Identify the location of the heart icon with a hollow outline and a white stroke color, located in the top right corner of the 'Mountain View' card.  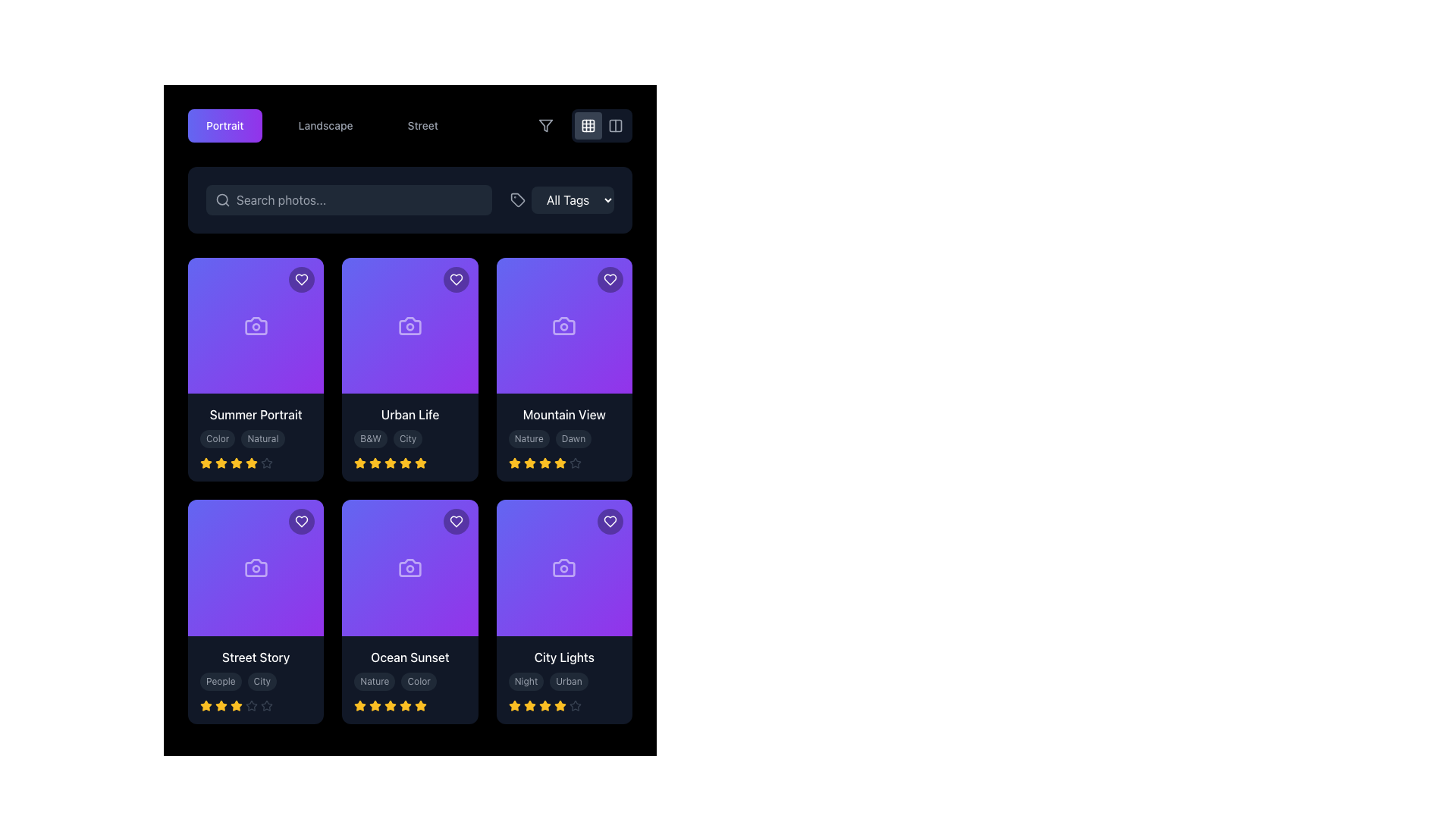
(610, 280).